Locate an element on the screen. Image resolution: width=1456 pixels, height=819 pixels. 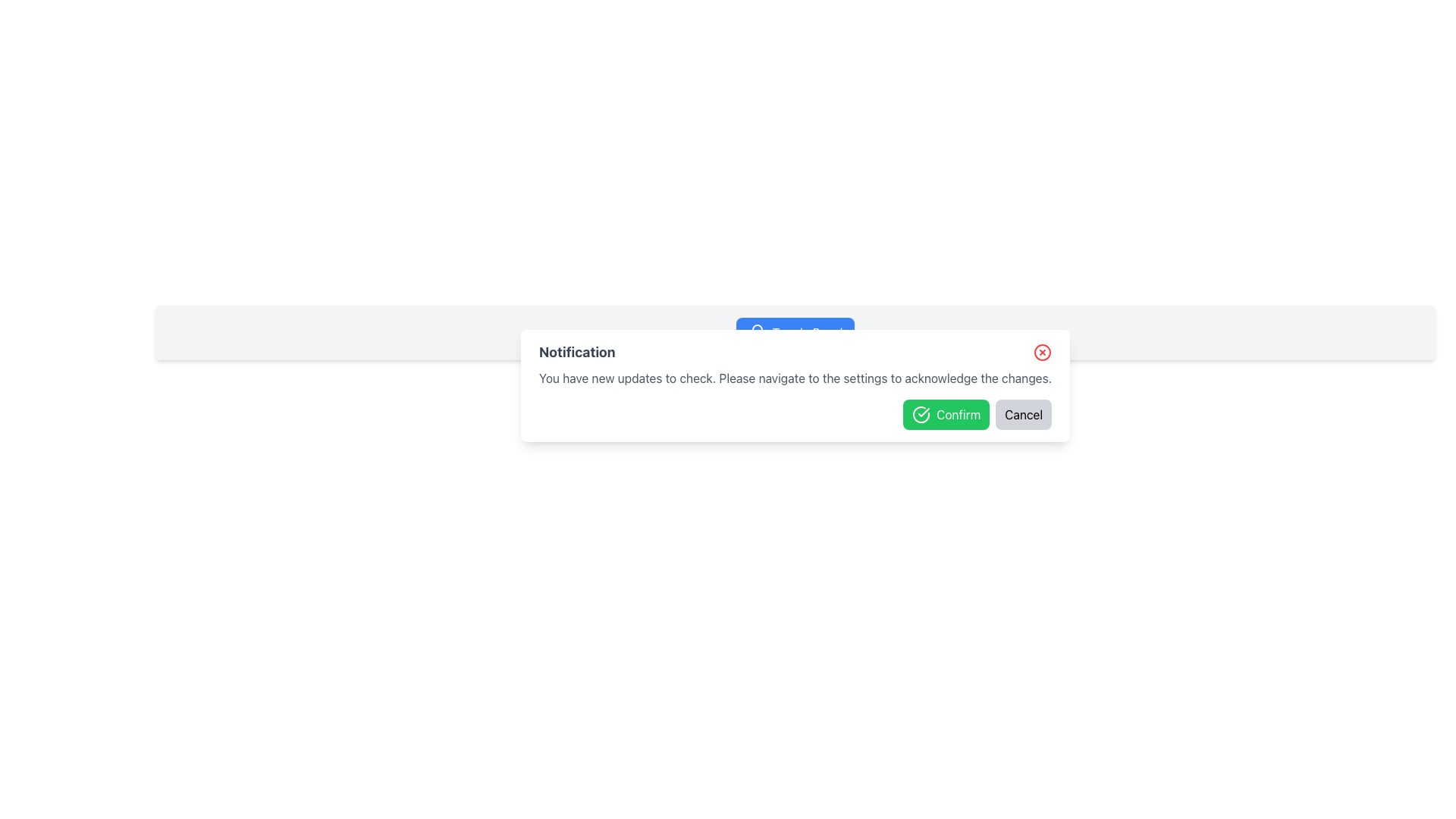
the Confirm button on the Notification Panel to acknowledge updates is located at coordinates (795, 332).